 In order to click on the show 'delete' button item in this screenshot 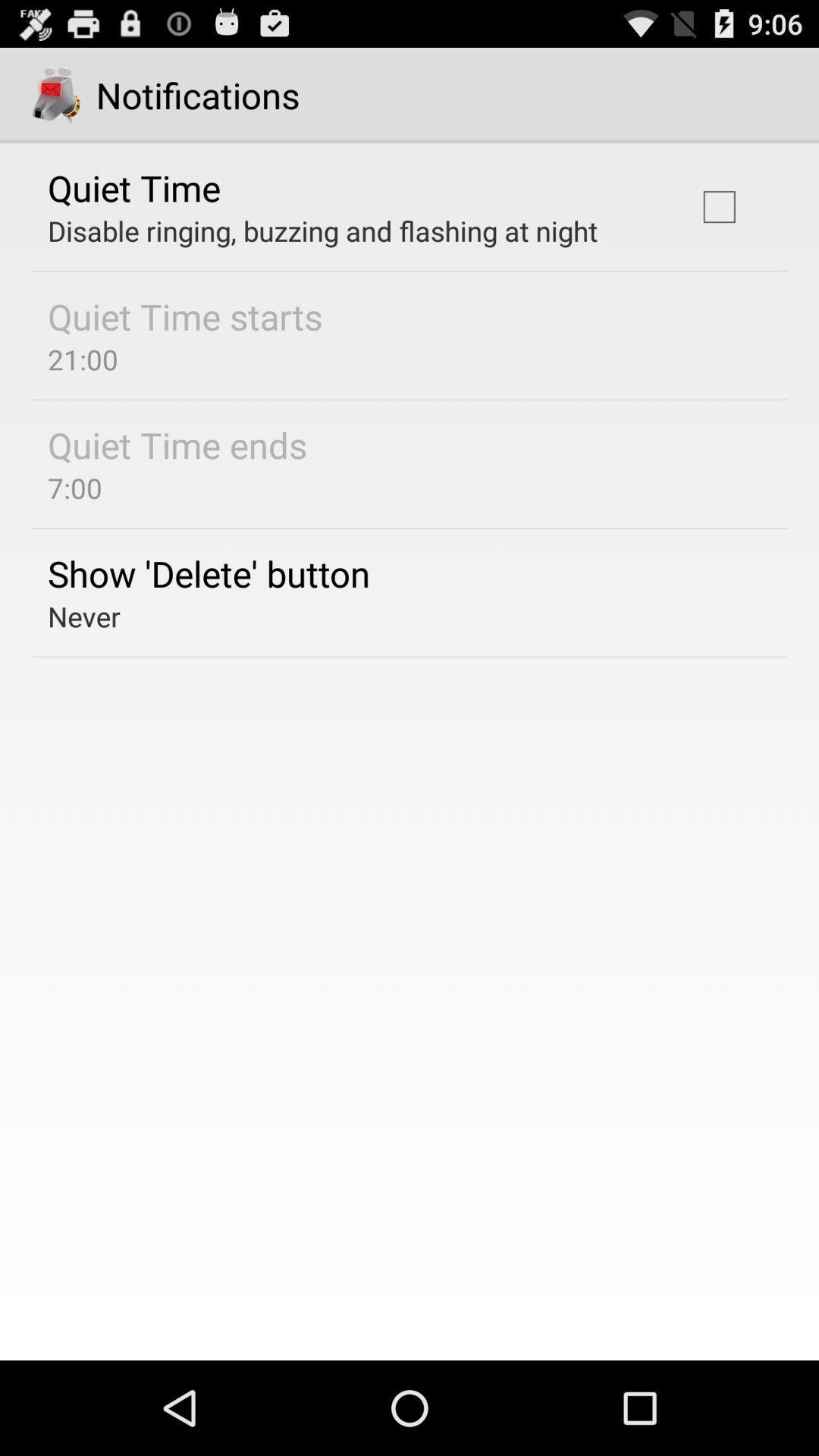, I will do `click(209, 573)`.